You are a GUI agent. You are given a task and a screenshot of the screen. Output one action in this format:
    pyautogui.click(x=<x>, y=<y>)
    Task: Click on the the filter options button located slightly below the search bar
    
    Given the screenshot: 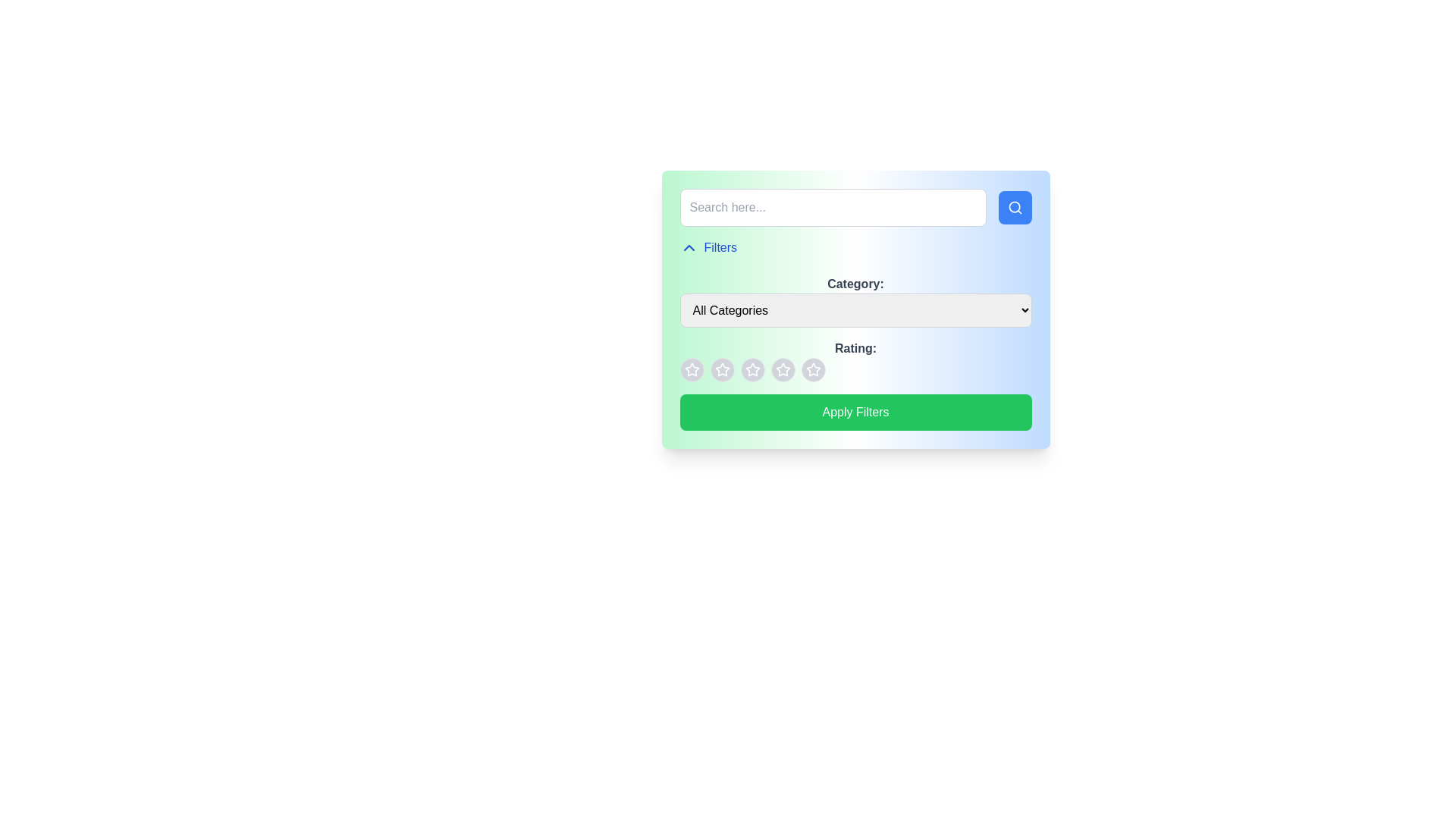 What is the action you would take?
    pyautogui.click(x=708, y=247)
    